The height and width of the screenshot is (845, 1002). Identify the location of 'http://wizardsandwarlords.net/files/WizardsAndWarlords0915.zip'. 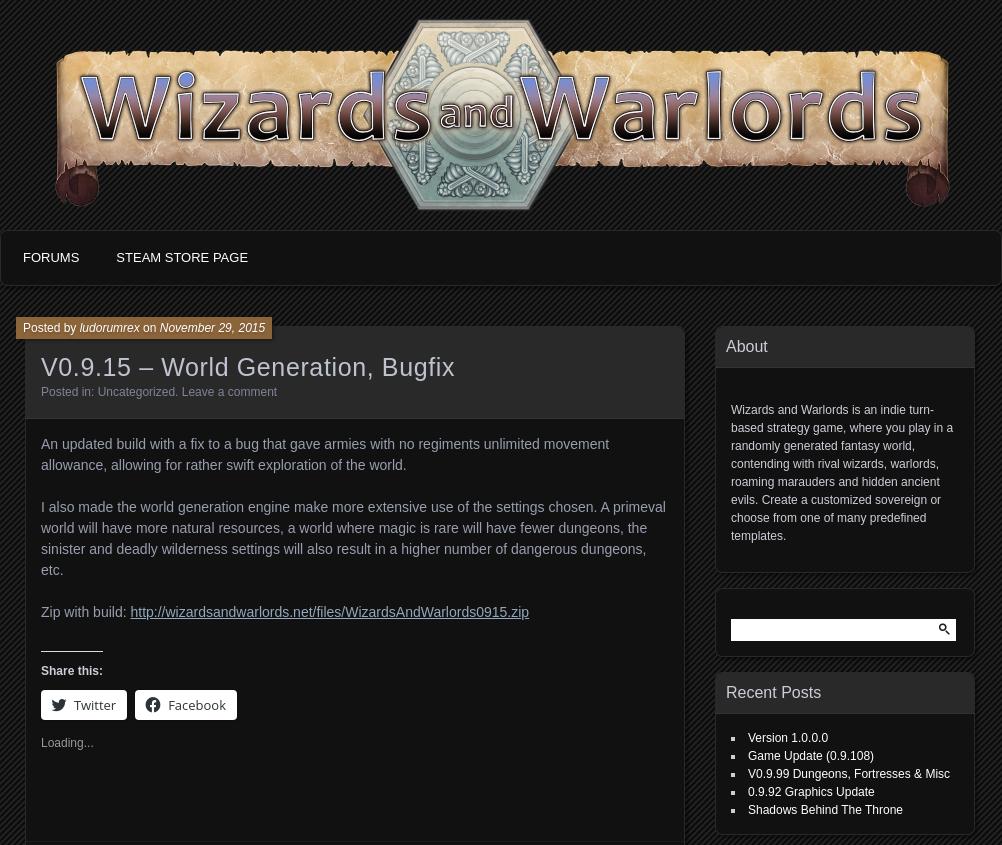
(328, 612).